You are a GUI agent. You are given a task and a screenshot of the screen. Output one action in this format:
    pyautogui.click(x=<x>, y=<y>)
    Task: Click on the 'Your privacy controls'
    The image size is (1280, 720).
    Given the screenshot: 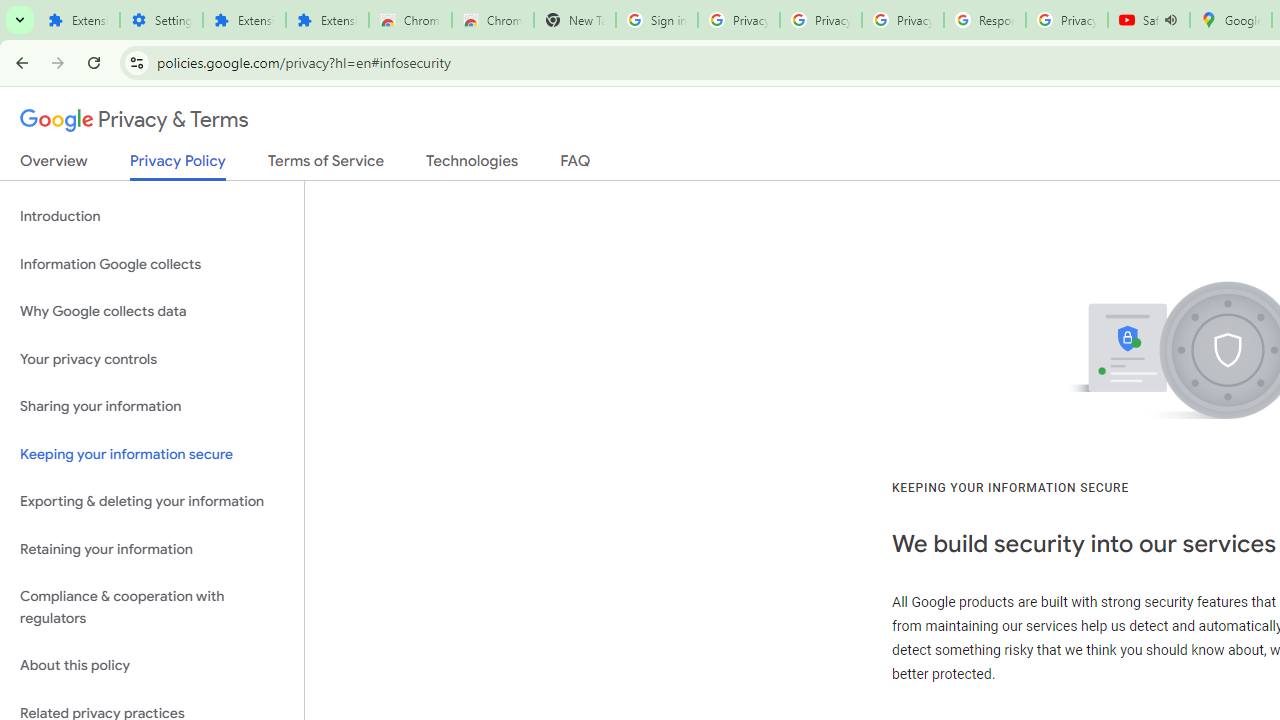 What is the action you would take?
    pyautogui.click(x=151, y=358)
    